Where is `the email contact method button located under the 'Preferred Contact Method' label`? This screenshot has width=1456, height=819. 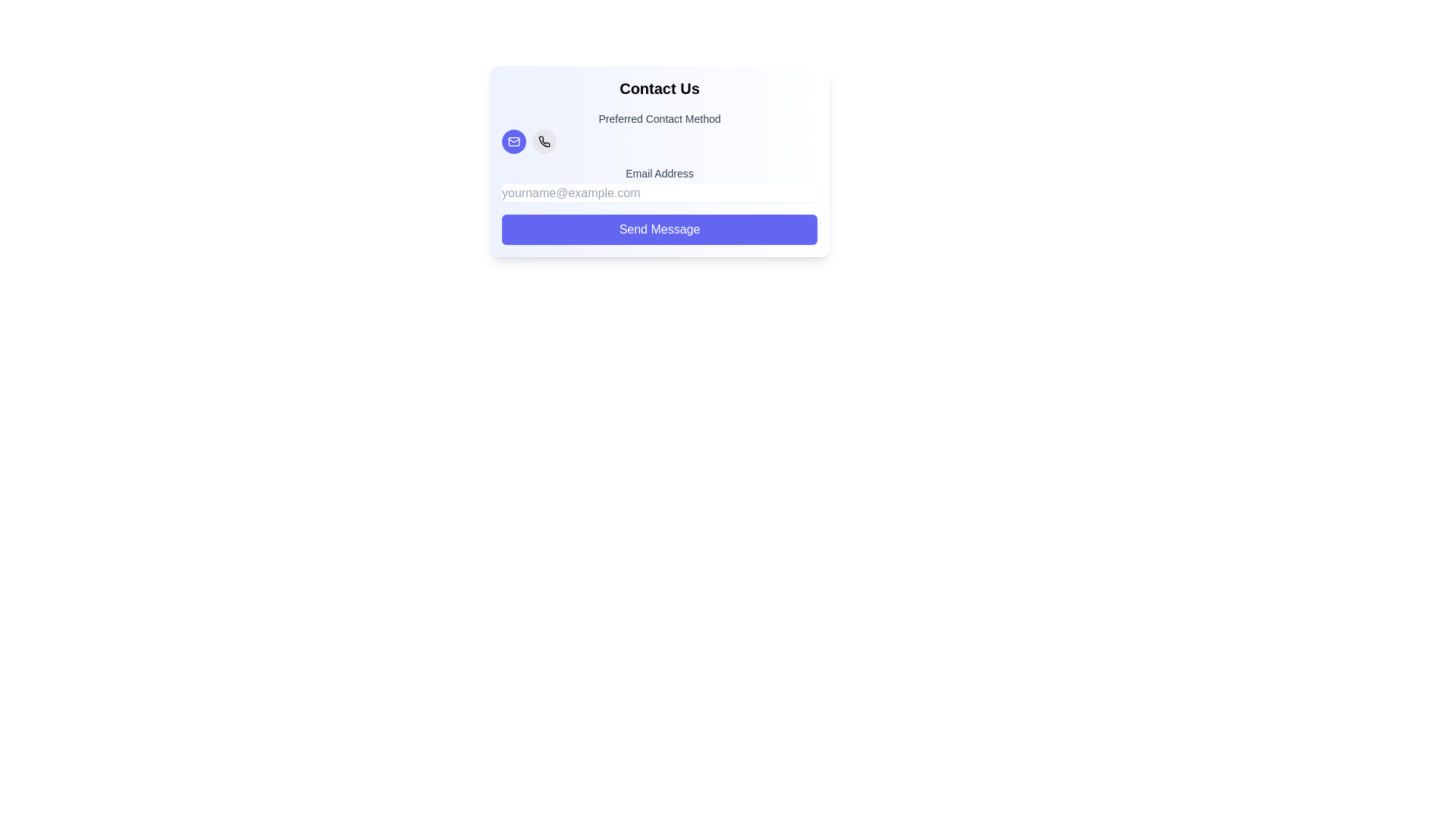 the email contact method button located under the 'Preferred Contact Method' label is located at coordinates (513, 141).